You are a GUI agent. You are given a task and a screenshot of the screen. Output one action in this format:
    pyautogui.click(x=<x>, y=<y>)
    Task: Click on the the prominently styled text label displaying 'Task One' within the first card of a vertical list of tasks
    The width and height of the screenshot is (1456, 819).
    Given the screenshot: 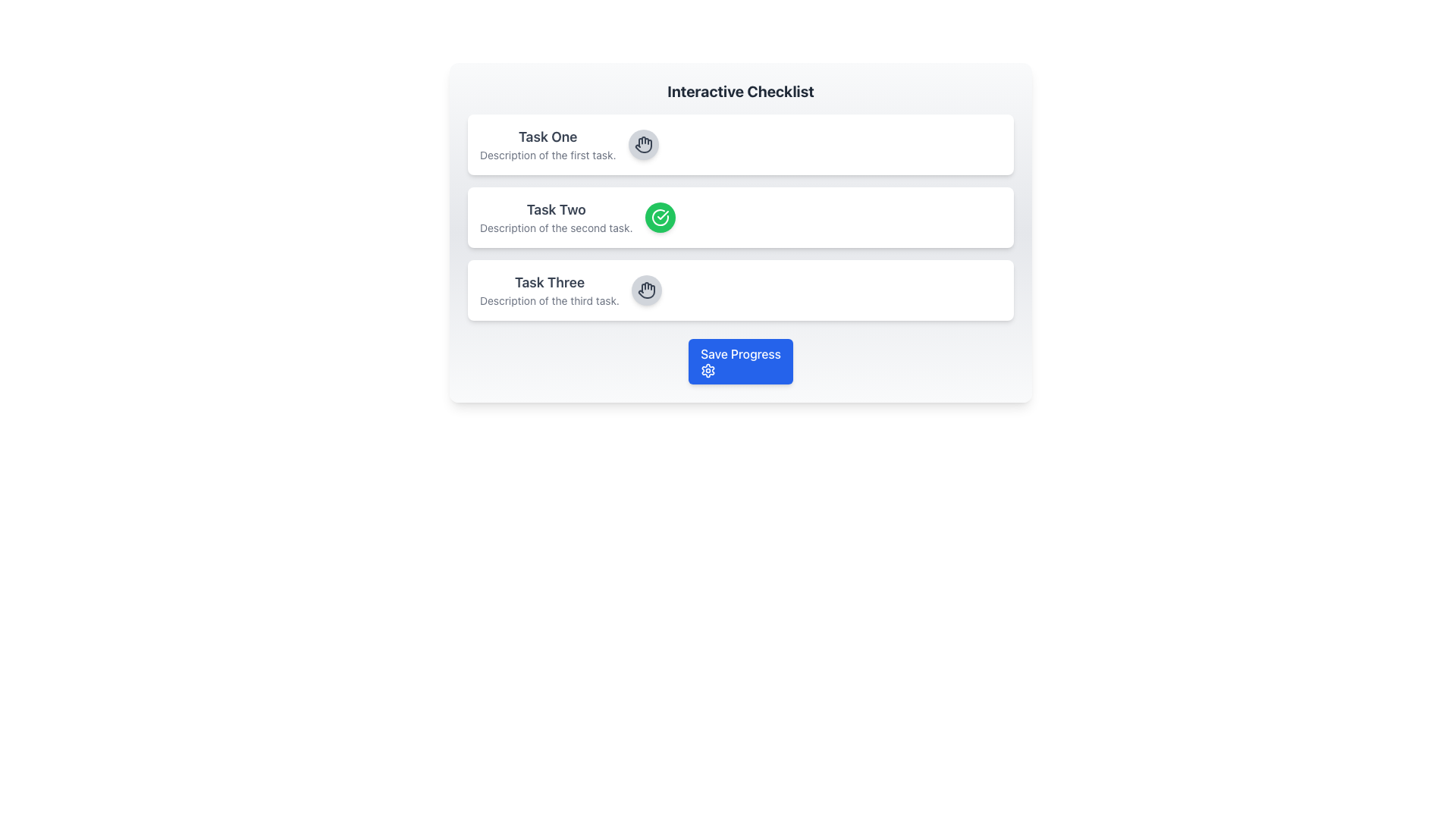 What is the action you would take?
    pyautogui.click(x=547, y=137)
    